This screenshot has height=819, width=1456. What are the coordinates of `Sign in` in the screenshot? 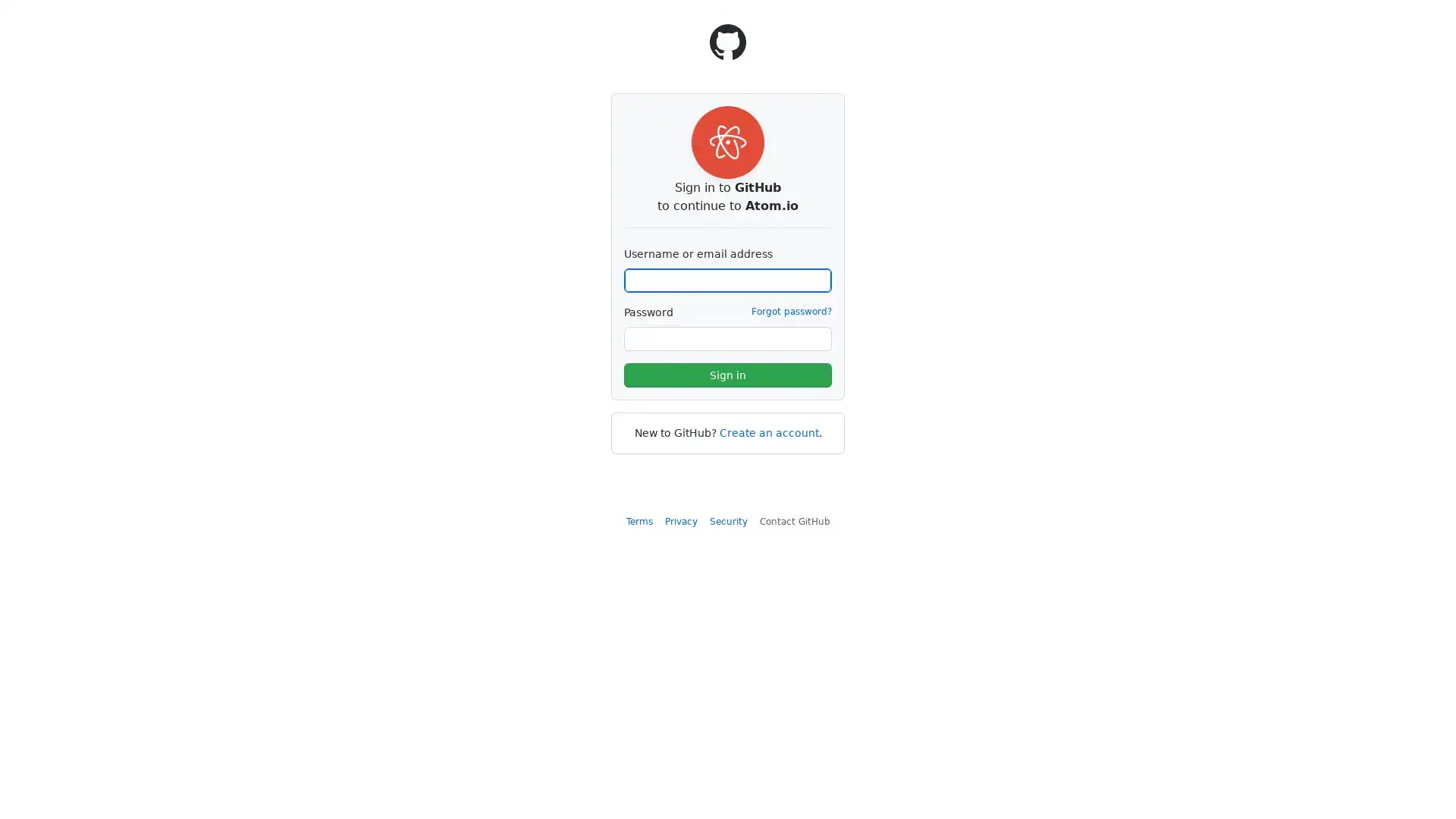 It's located at (728, 375).